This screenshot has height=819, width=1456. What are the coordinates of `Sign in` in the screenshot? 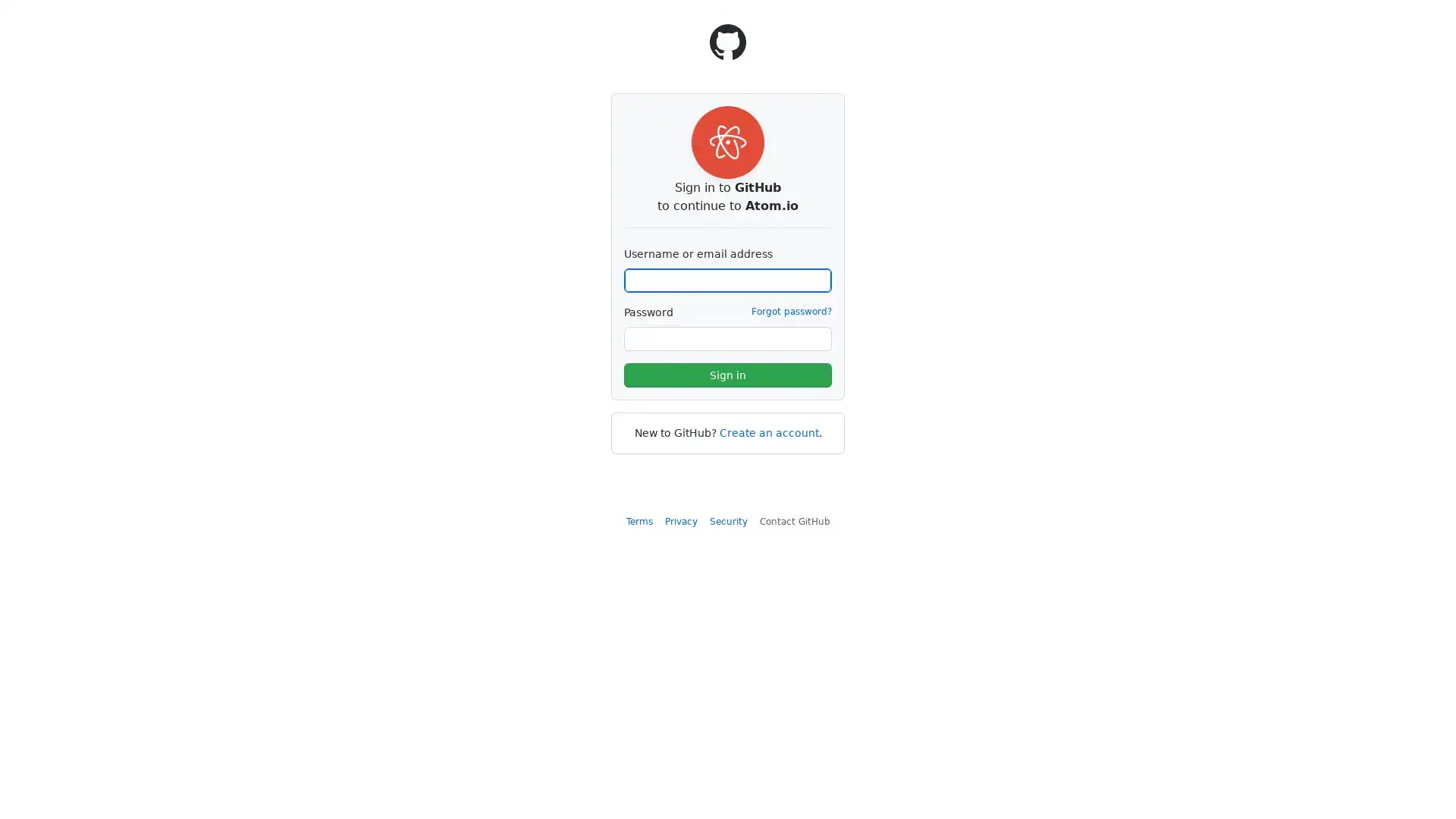 It's located at (728, 375).